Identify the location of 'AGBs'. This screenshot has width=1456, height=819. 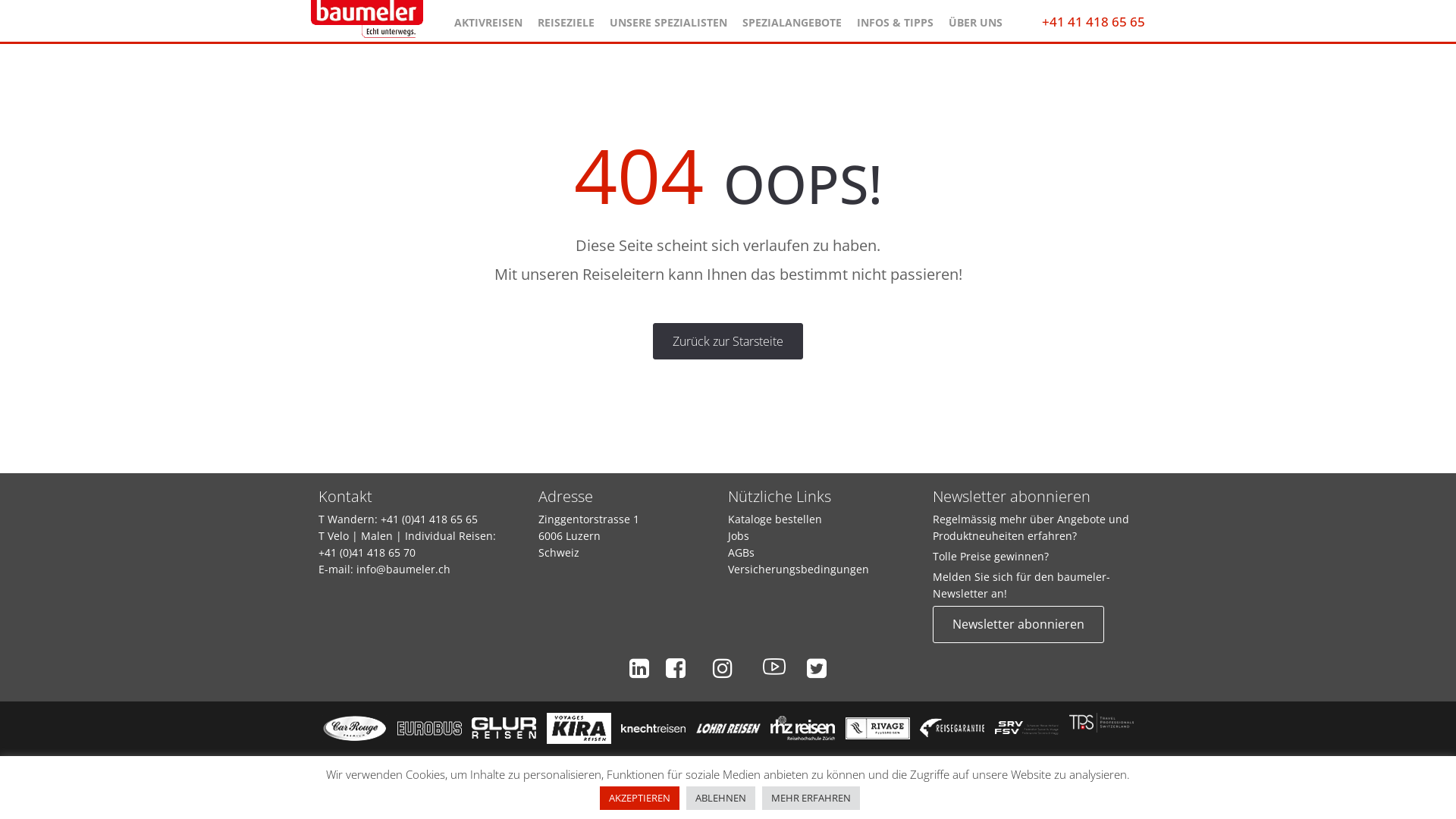
(741, 552).